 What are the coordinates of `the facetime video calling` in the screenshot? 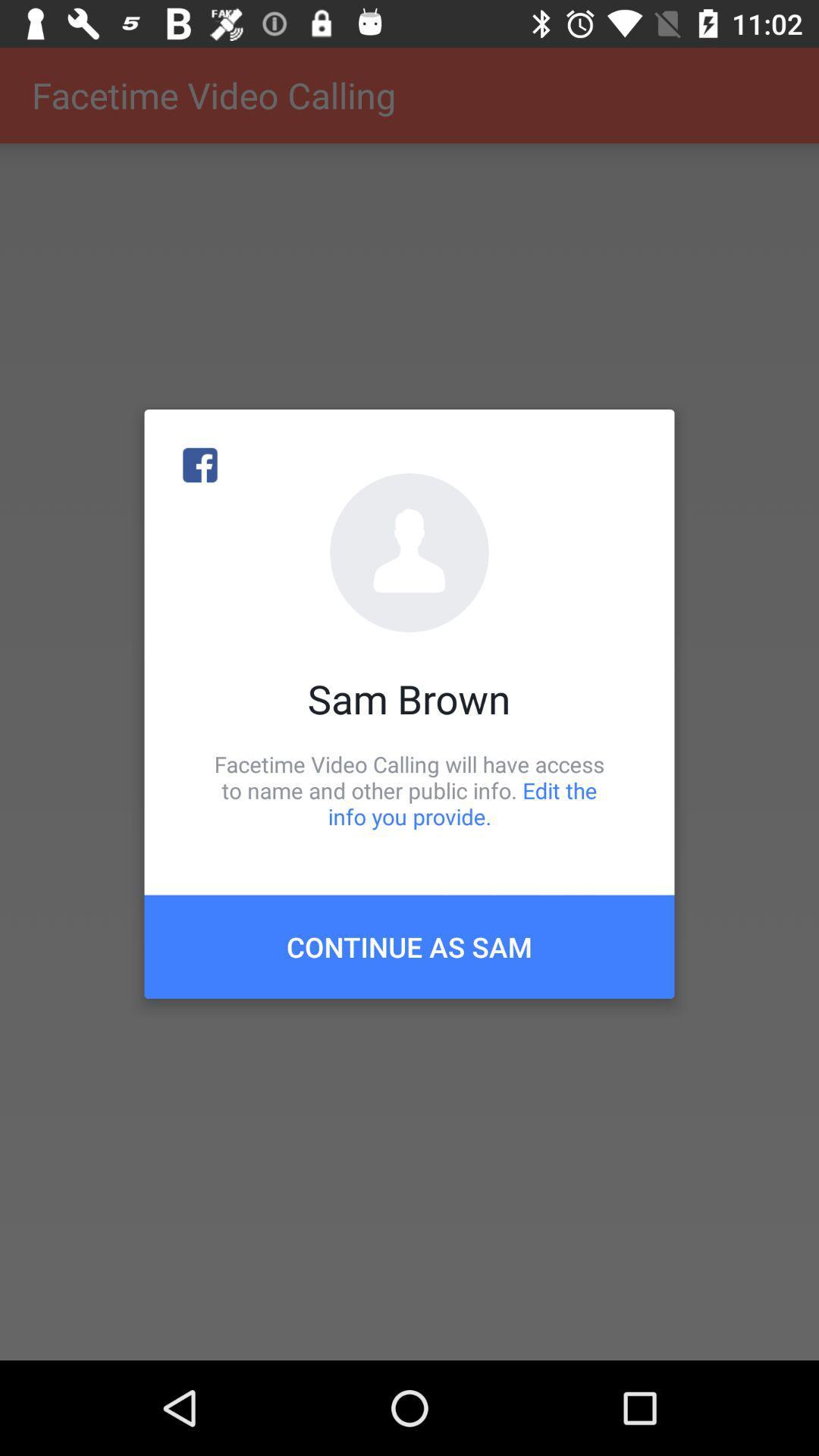 It's located at (409, 789).